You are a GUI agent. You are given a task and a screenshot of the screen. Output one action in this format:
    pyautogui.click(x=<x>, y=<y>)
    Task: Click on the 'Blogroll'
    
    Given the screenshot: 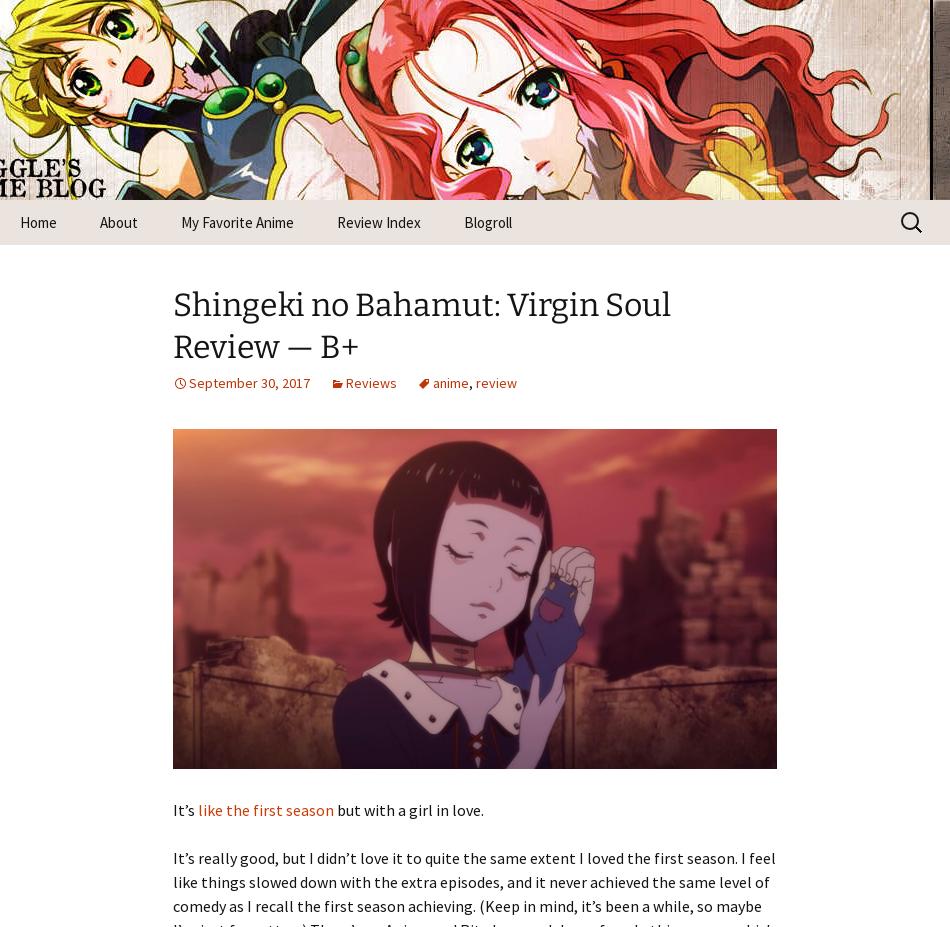 What is the action you would take?
    pyautogui.click(x=488, y=222)
    